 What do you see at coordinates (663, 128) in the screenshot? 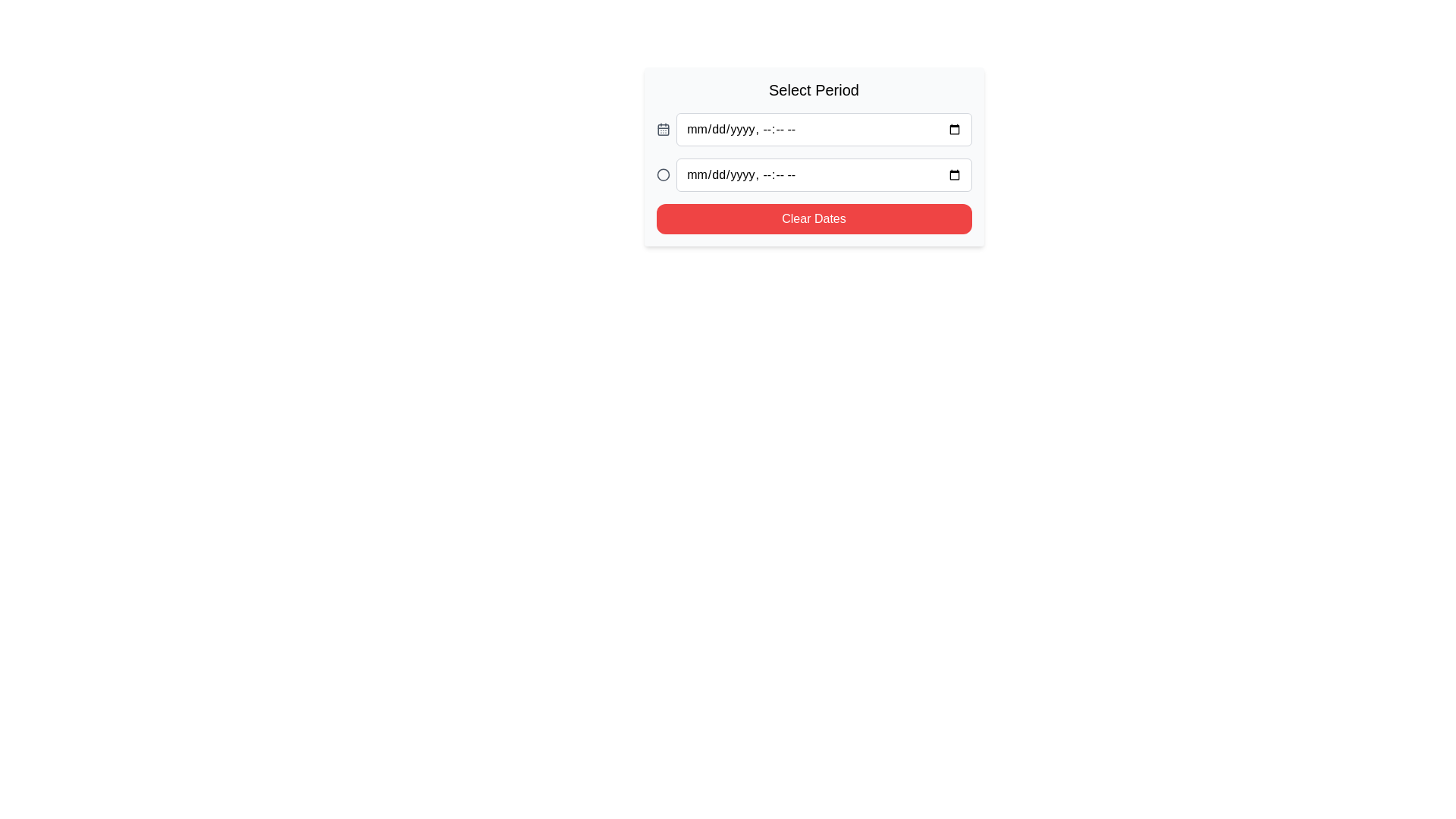
I see `the date picker icon located to the immediate left of the first date input field in the 'Select Period' section` at bounding box center [663, 128].